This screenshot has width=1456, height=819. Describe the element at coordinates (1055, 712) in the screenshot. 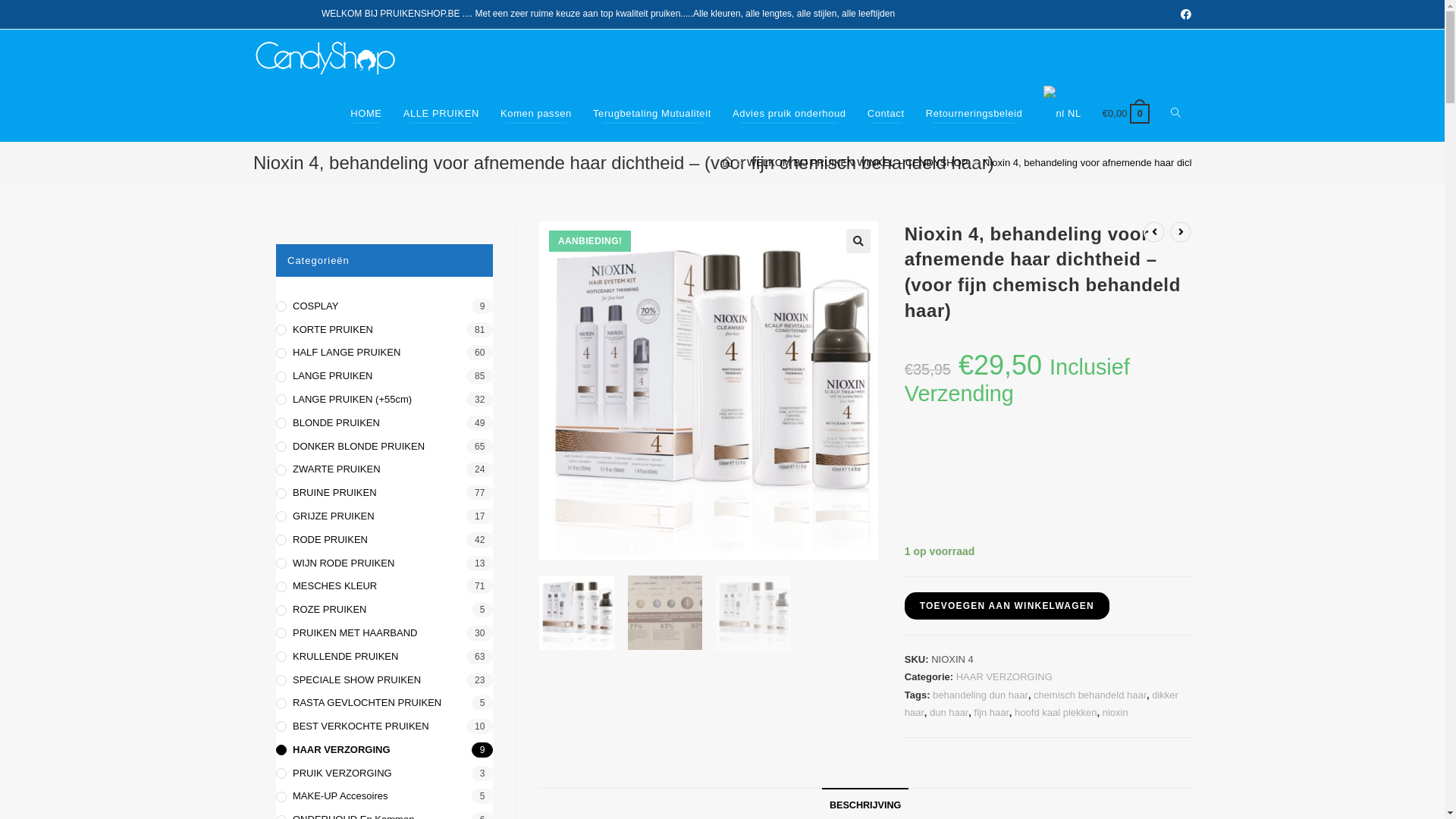

I see `'hoofd kaal plekken'` at that location.